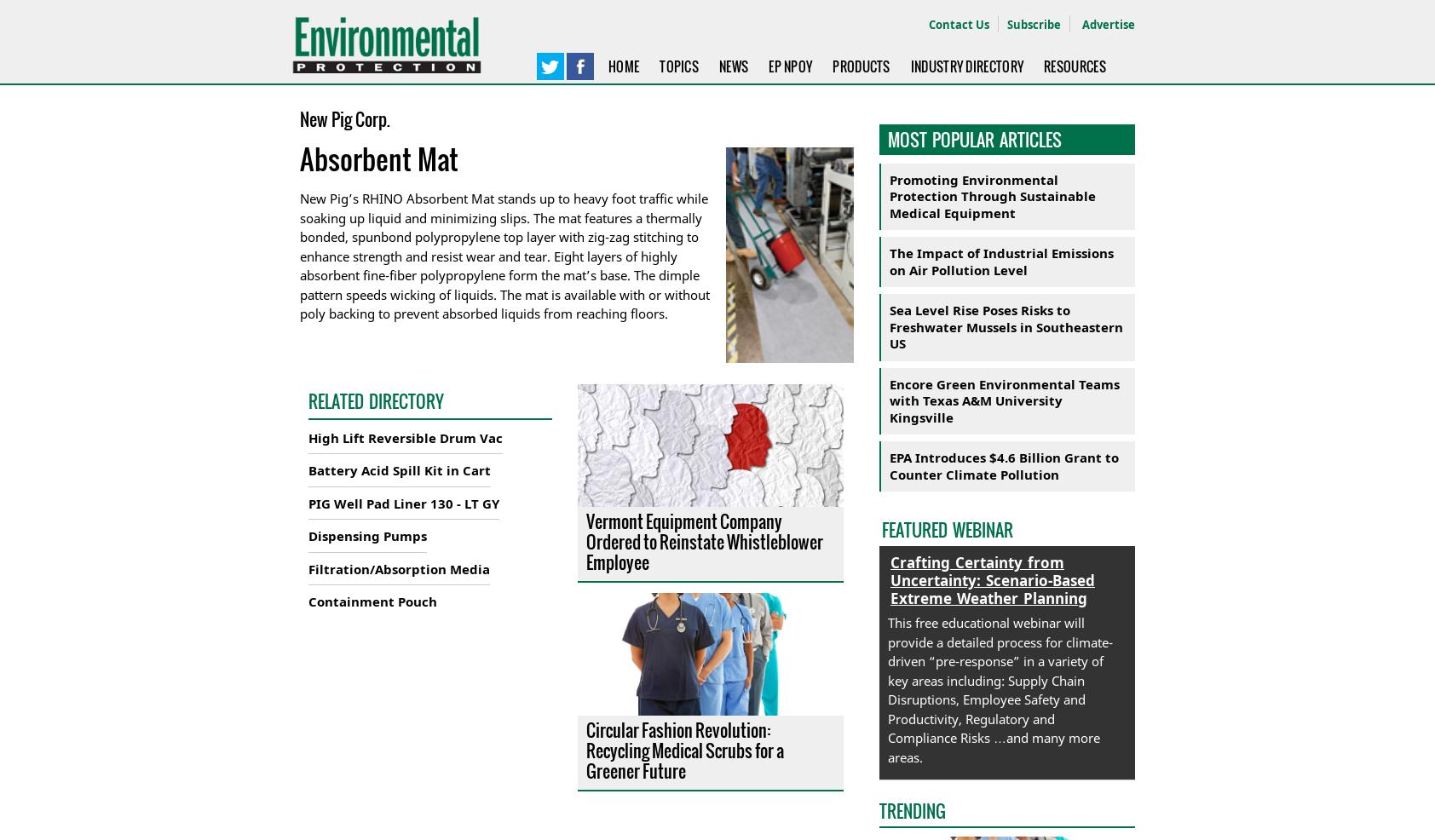 This screenshot has width=1435, height=840. Describe the element at coordinates (974, 138) in the screenshot. I see `'Most Popular Articles'` at that location.